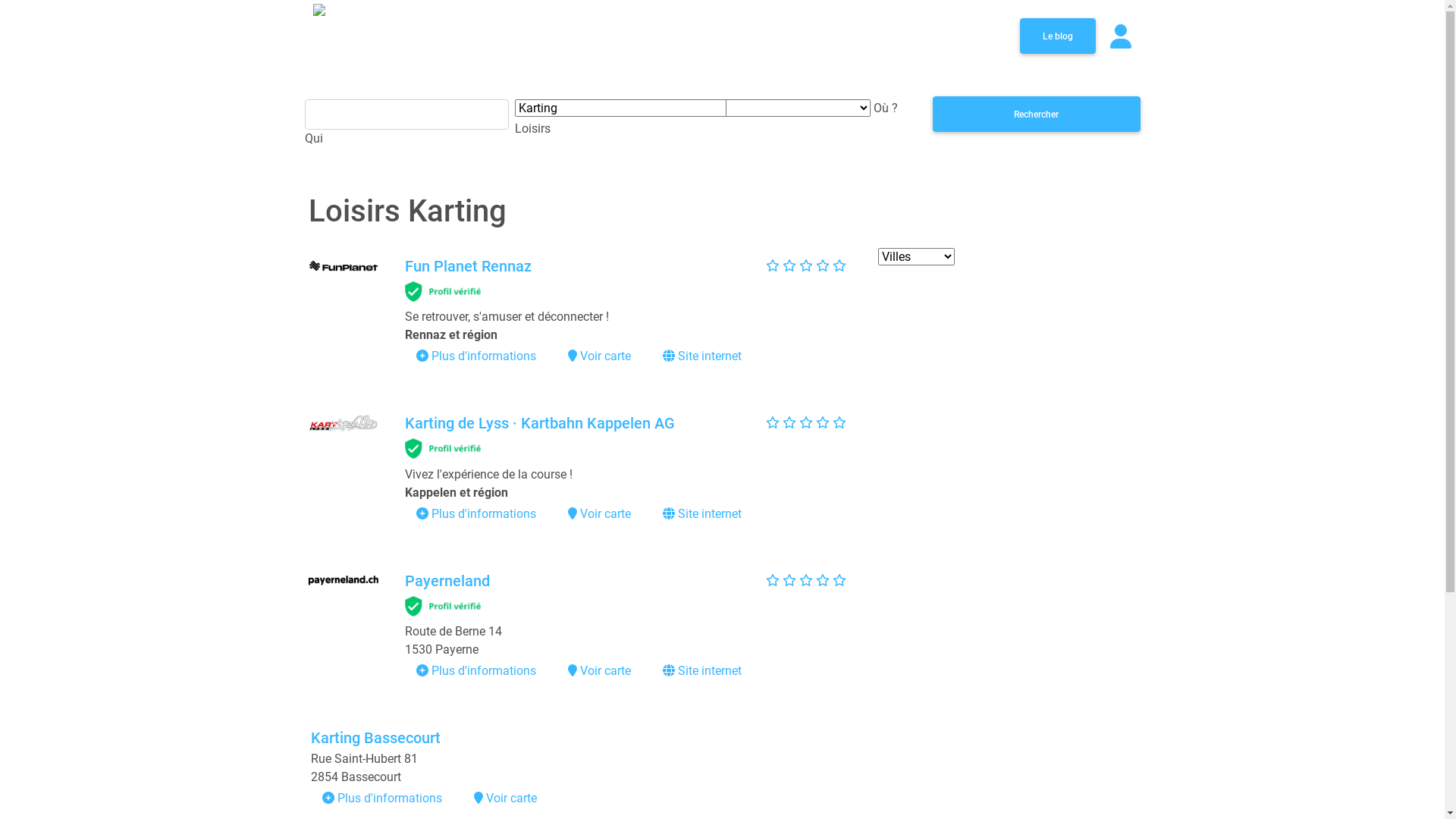 The width and height of the screenshot is (1456, 819). Describe the element at coordinates (467, 265) in the screenshot. I see `'Fun Planet Rennaz'` at that location.